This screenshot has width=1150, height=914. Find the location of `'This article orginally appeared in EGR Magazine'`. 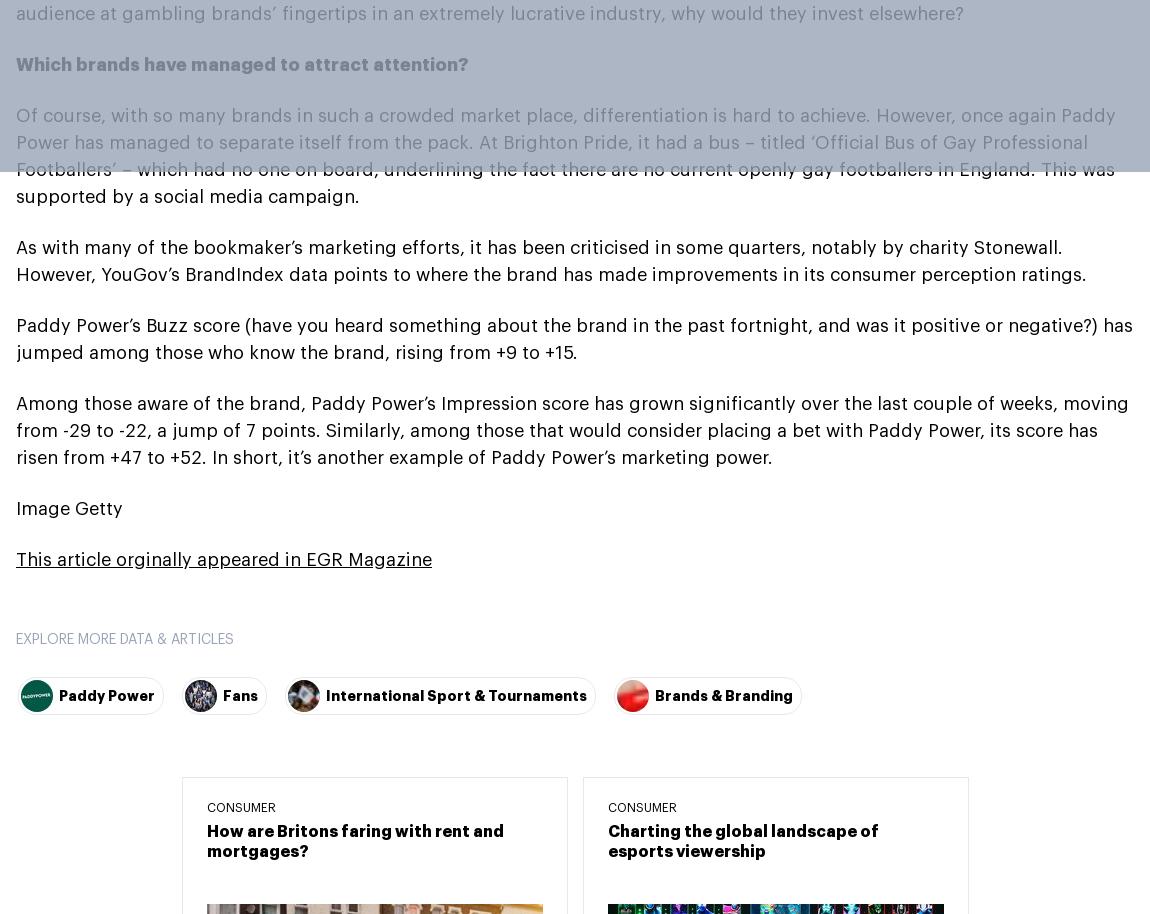

'This article orginally appeared in EGR Magazine' is located at coordinates (223, 559).